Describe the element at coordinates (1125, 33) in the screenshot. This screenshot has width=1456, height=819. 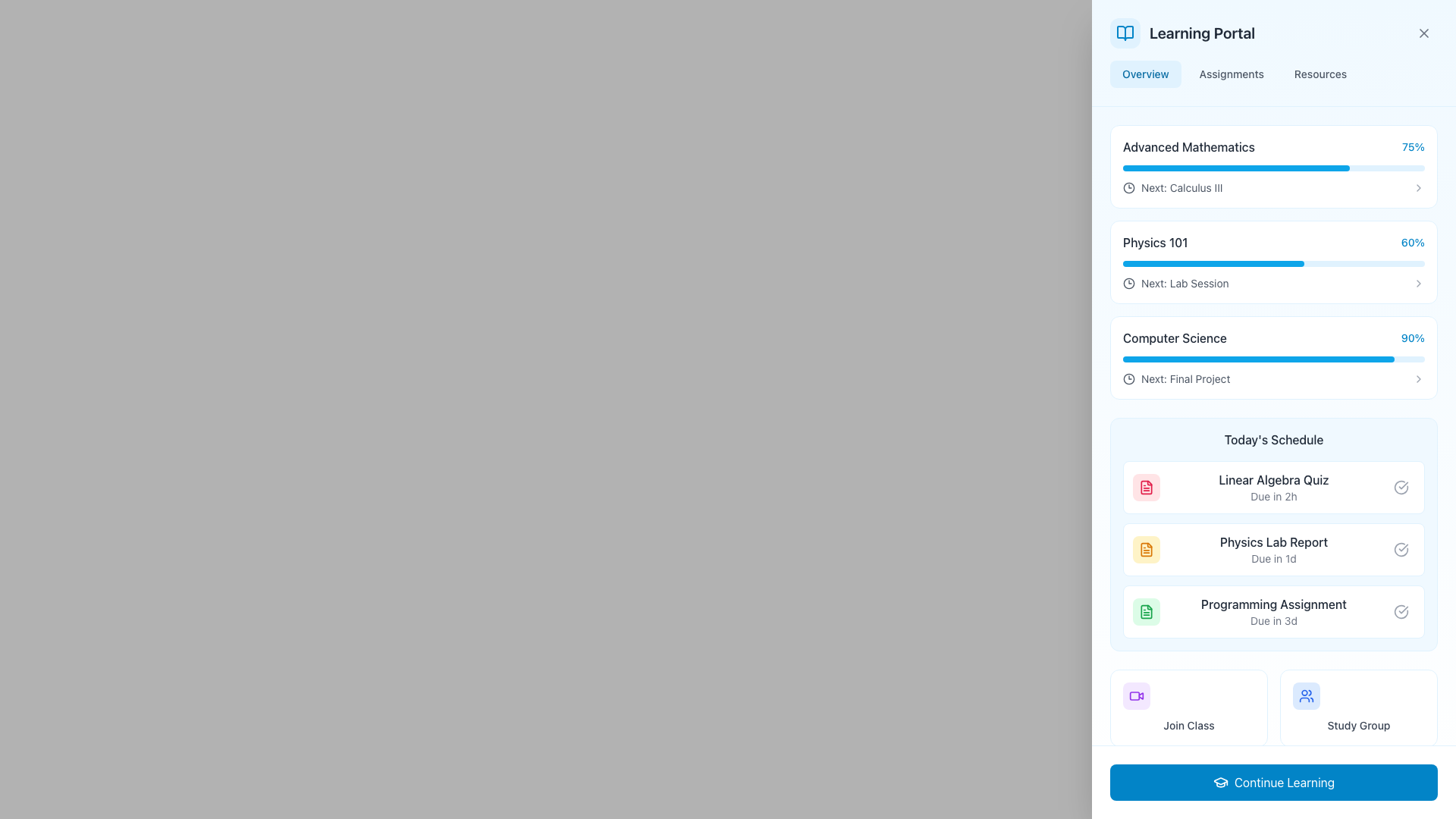
I see `the rounded rectangular button with a light blue background and an open book icon, located at the top-left corner of the sidebar next to 'Learning Portal'` at that location.